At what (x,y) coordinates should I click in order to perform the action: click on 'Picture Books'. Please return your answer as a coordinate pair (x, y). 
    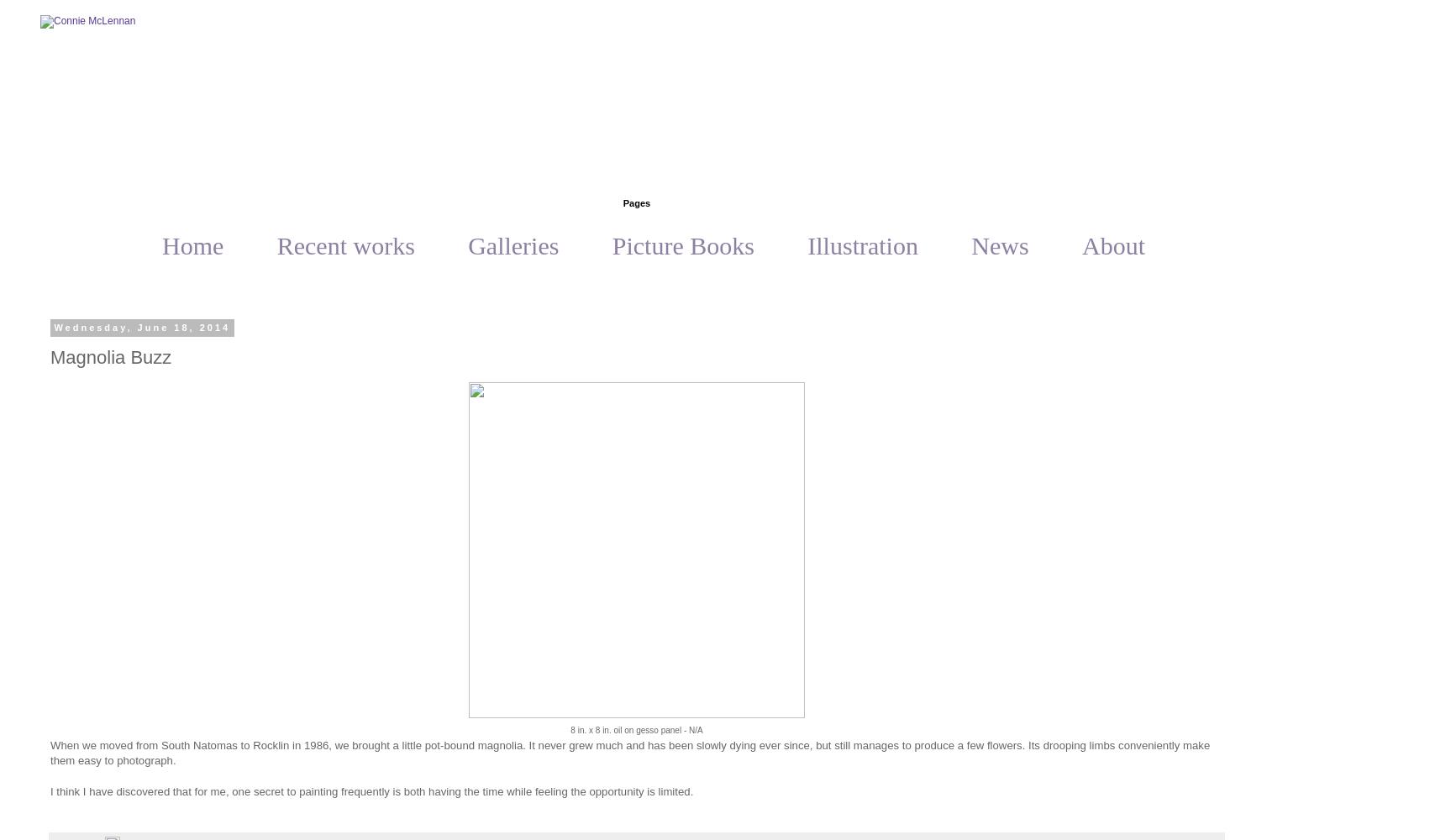
    Looking at the image, I should click on (682, 245).